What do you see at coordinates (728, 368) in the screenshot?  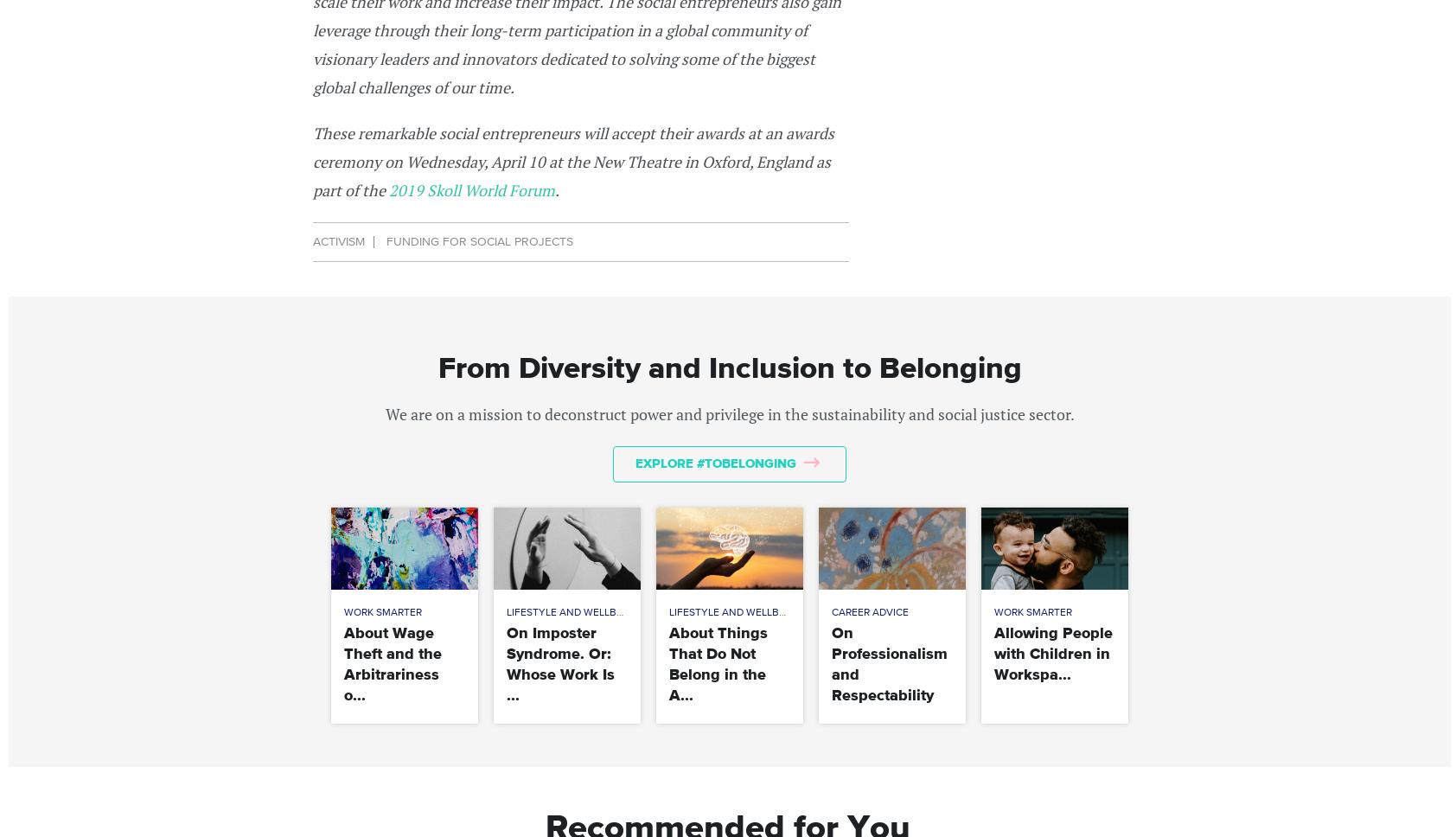 I see `'From Diversity and Inclusion to Belonging'` at bounding box center [728, 368].